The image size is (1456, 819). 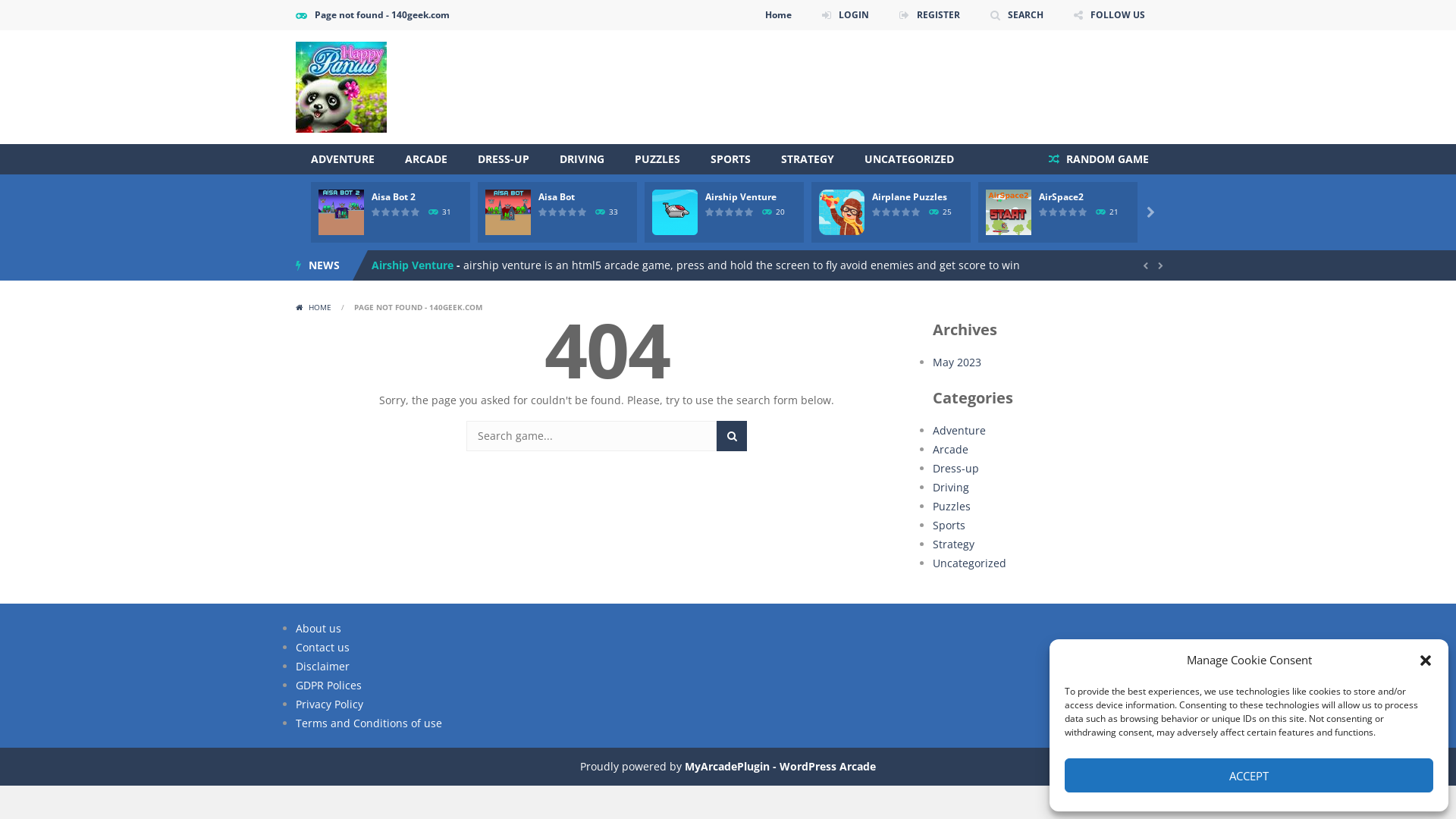 I want to click on 'May 2023', so click(x=956, y=362).